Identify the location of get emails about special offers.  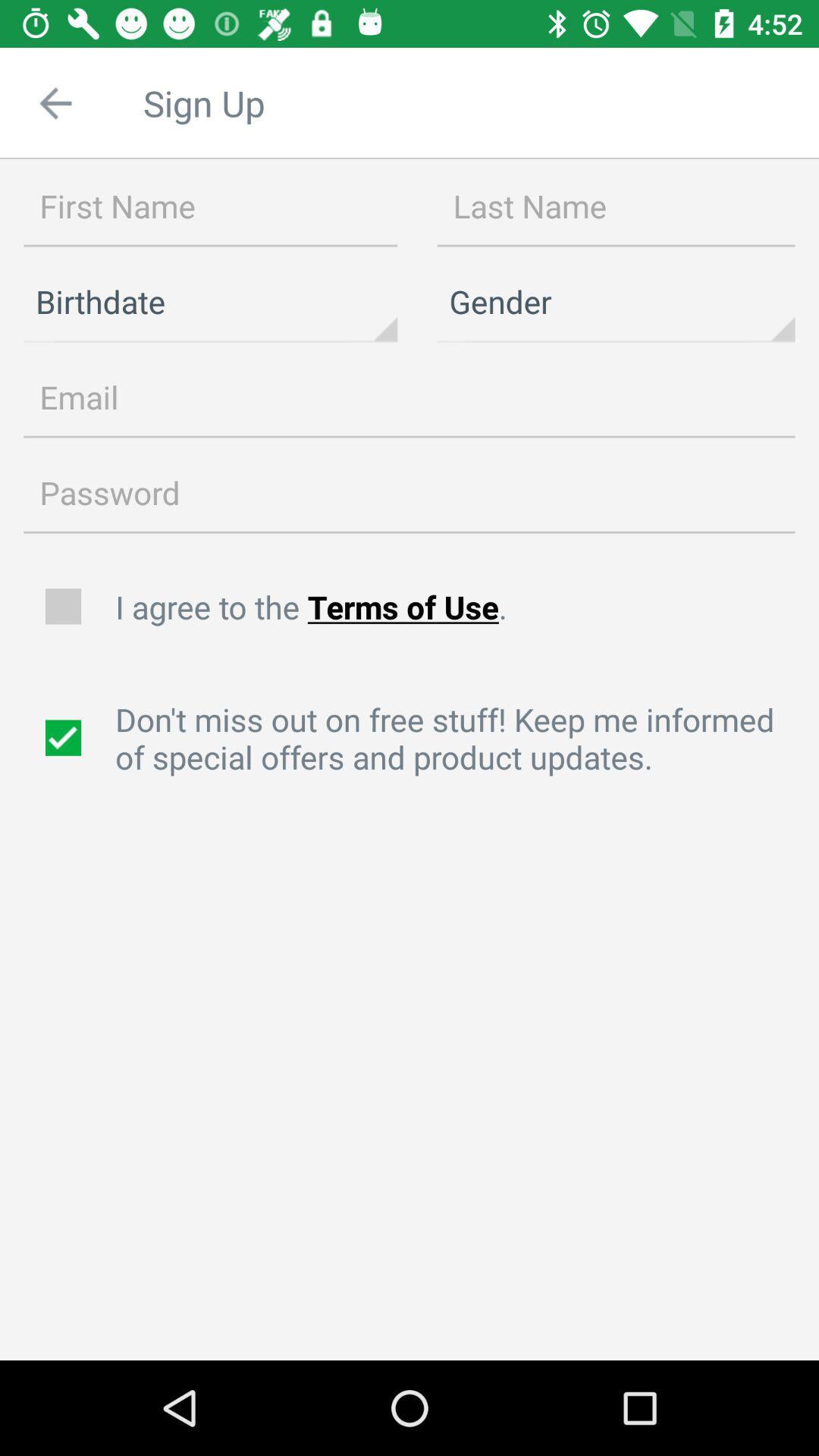
(64, 738).